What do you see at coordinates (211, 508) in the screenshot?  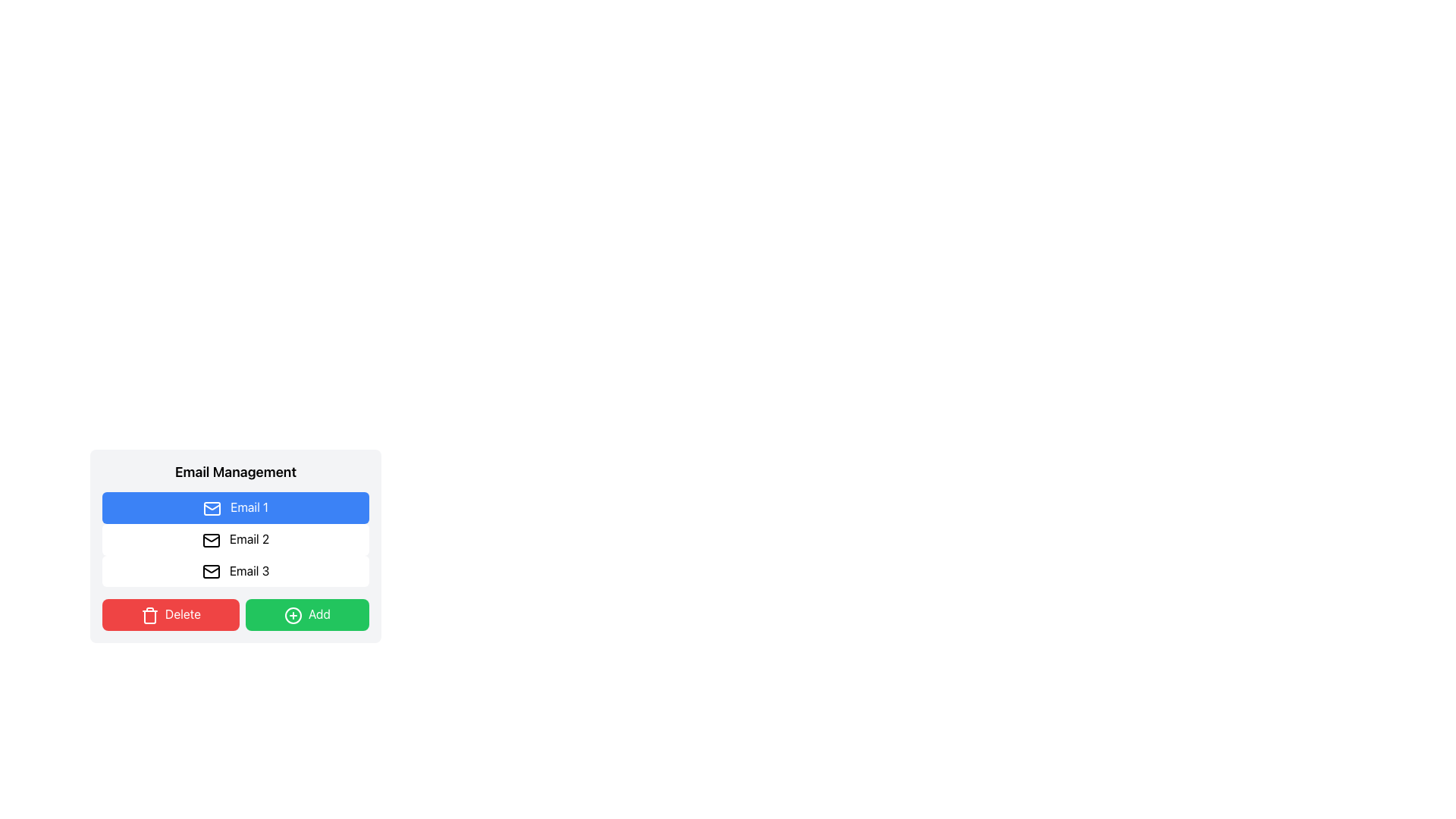 I see `the envelope icon representing the 'Email 1' button located to the left of the text 'Email 1' in the blue rectangular button within the 'Email Management' section` at bounding box center [211, 508].